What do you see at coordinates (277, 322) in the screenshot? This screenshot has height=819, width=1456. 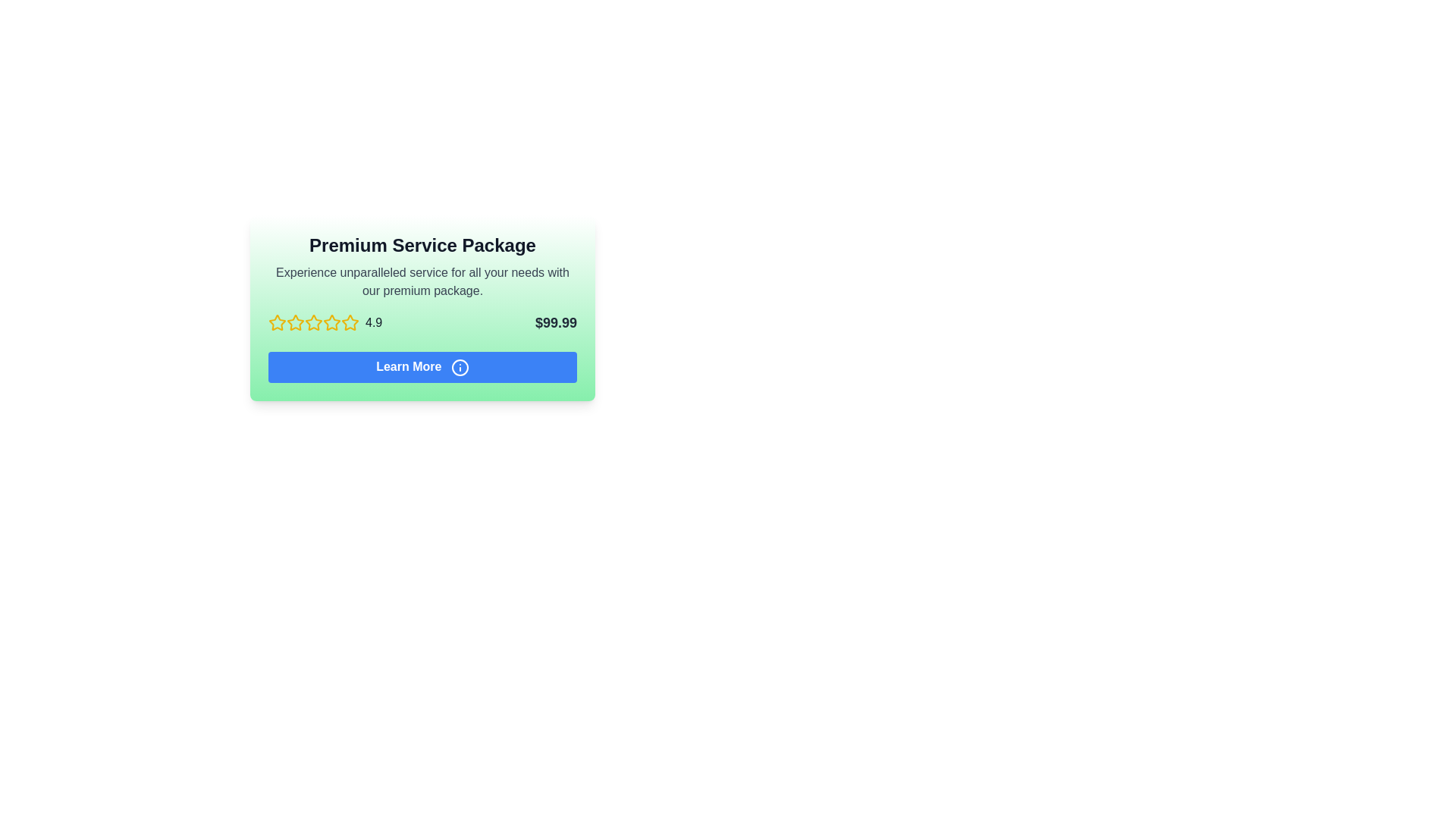 I see `the first star icon in the 5-star rating system located near the top-left corner of the card next to the text '4.9'` at bounding box center [277, 322].